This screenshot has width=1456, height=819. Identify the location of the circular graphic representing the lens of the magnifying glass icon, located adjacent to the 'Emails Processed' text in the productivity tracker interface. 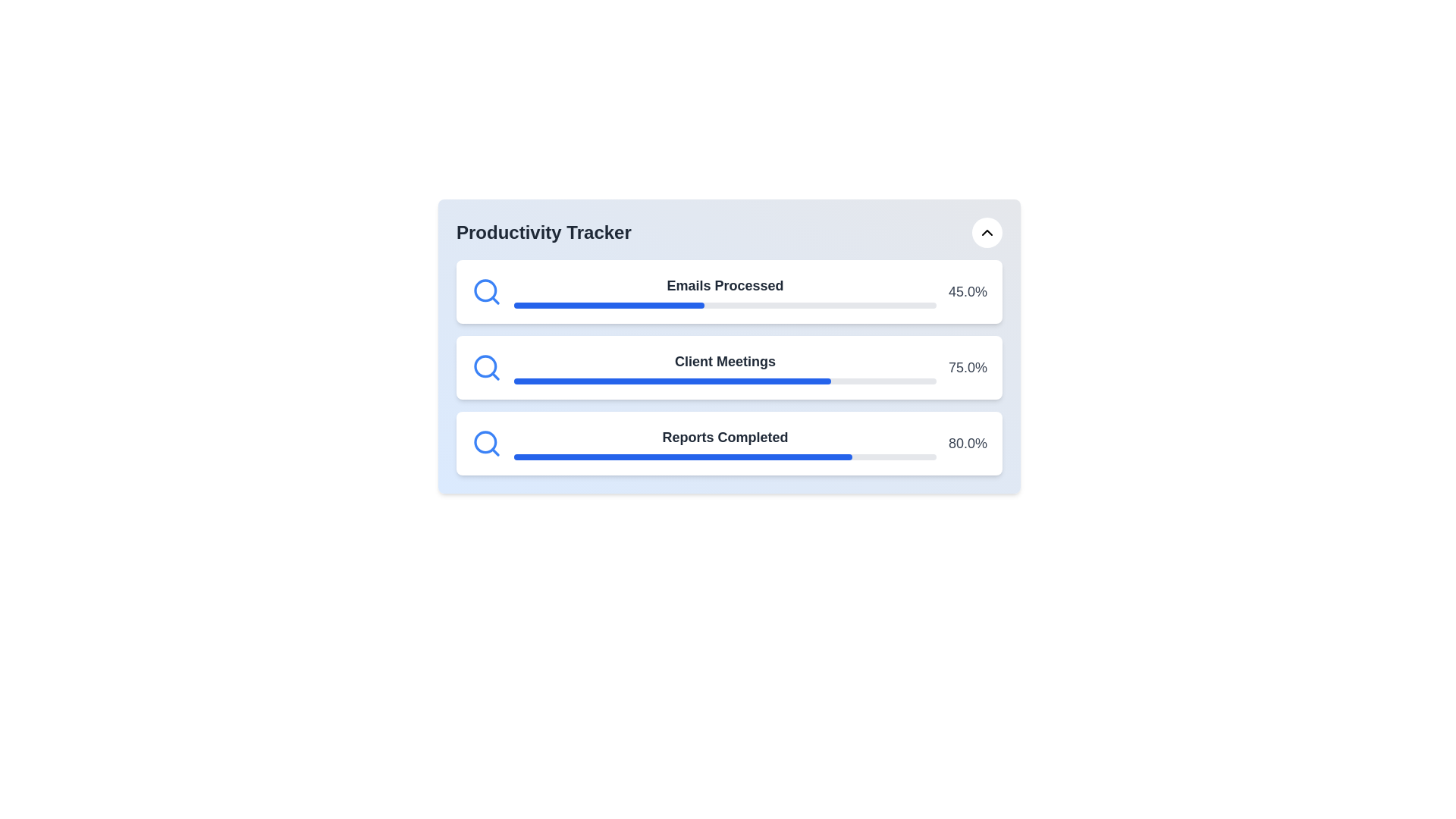
(485, 290).